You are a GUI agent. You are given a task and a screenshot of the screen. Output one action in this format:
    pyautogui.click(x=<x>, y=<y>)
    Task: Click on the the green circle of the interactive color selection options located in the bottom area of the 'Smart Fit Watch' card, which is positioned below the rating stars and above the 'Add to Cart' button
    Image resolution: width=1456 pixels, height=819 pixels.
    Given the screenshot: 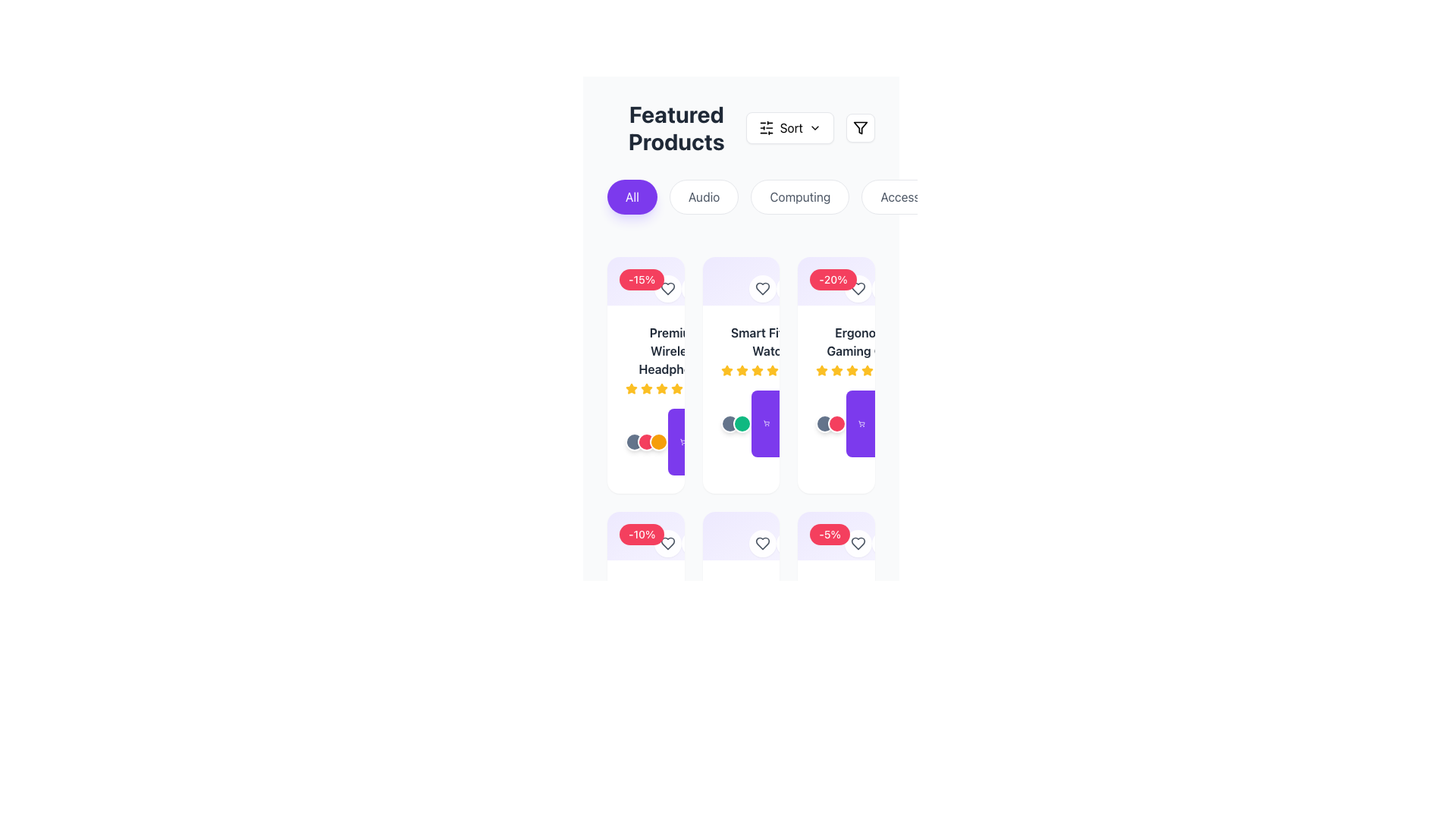 What is the action you would take?
    pyautogui.click(x=736, y=424)
    